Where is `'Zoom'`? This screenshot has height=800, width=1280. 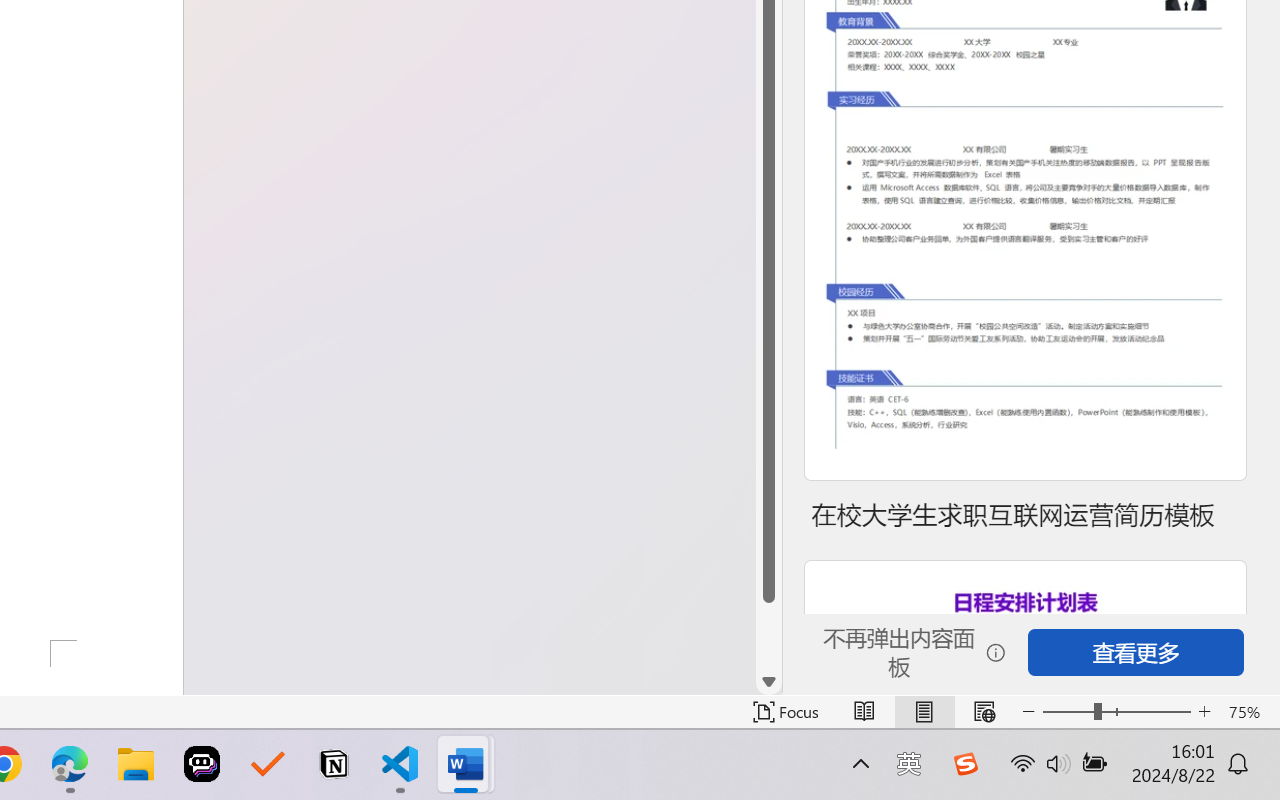
'Zoom' is located at coordinates (1115, 711).